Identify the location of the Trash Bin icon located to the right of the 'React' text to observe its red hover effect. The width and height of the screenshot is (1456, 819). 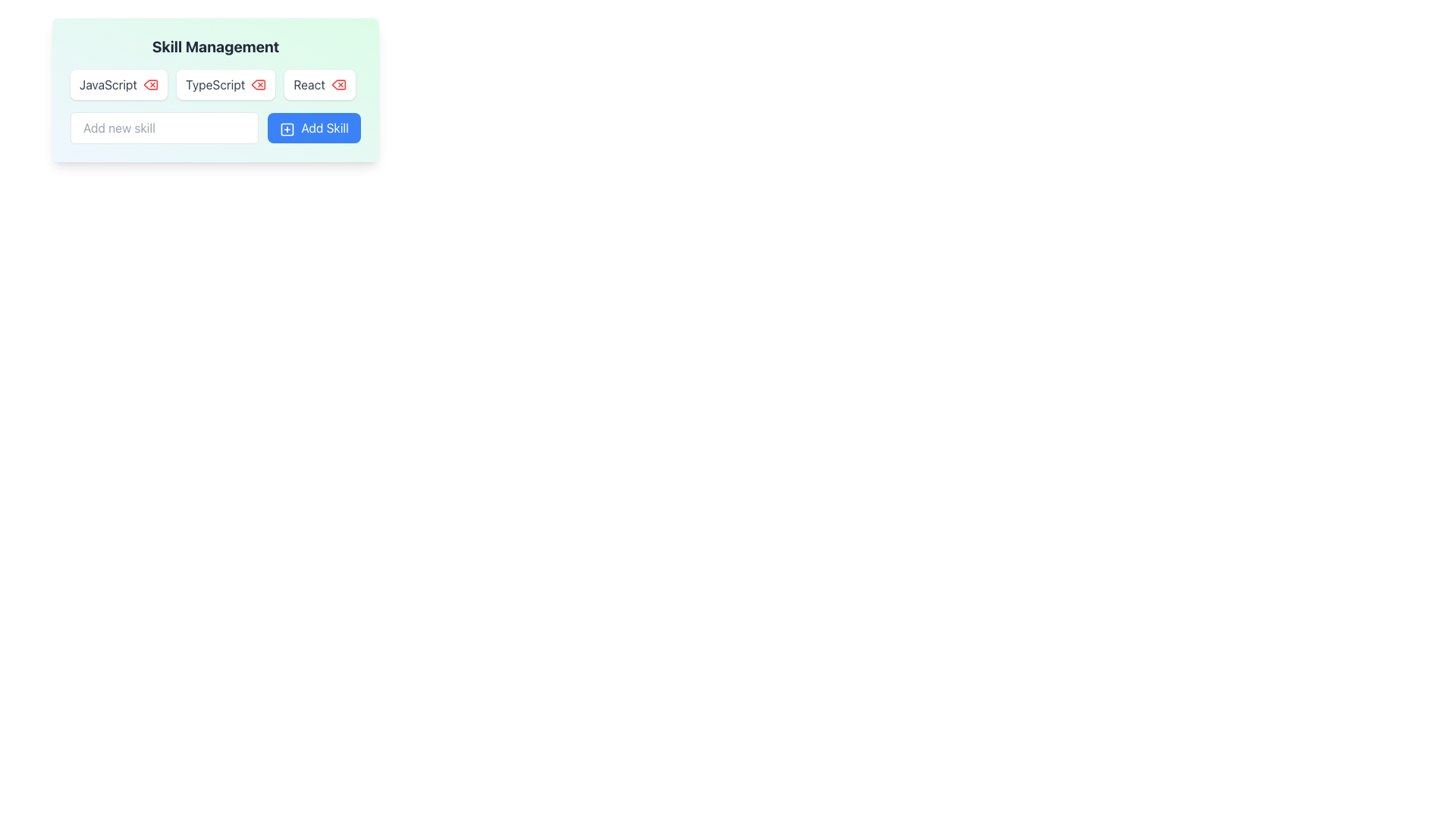
(337, 84).